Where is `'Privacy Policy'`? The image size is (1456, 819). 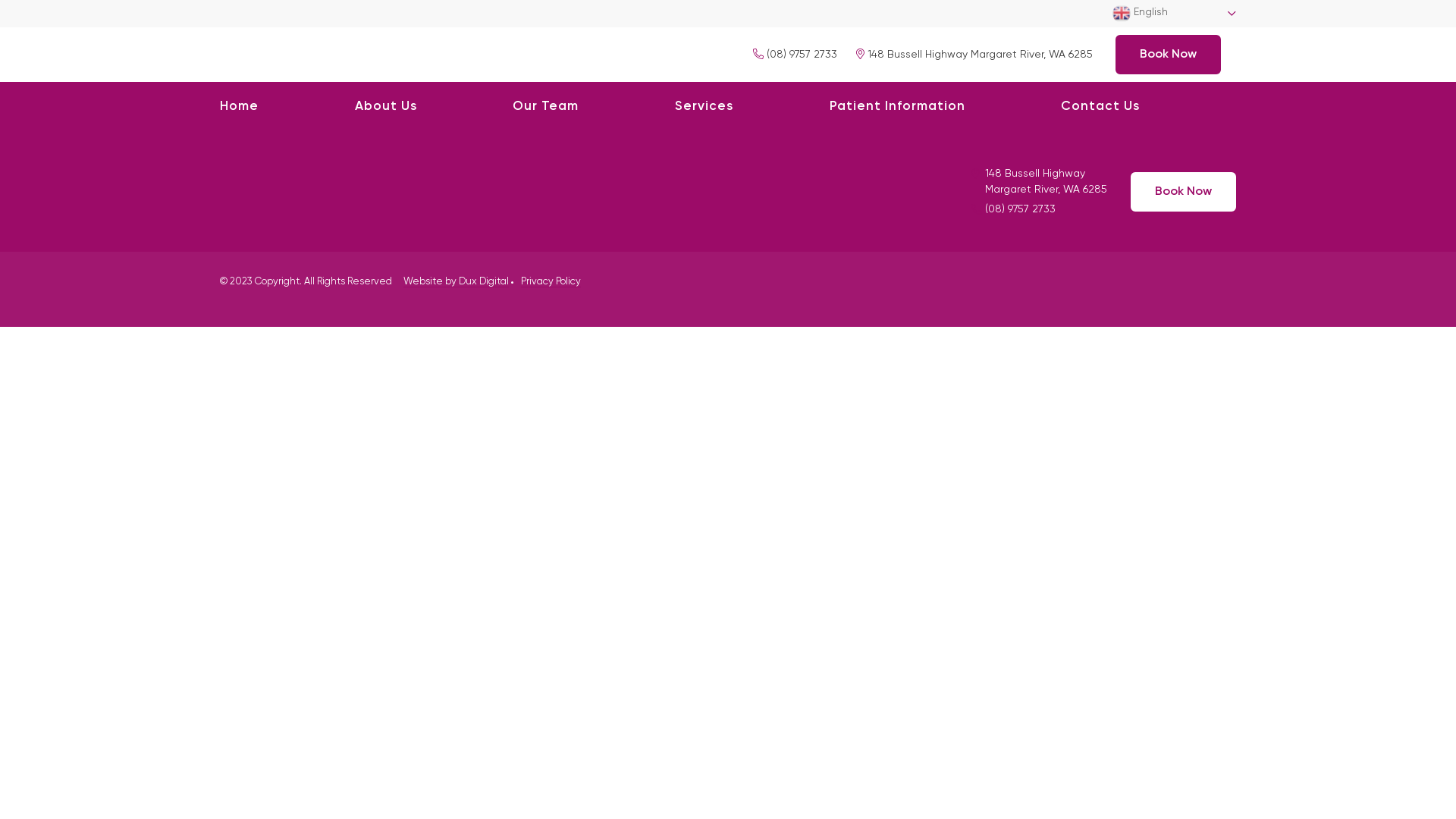 'Privacy Policy' is located at coordinates (550, 281).